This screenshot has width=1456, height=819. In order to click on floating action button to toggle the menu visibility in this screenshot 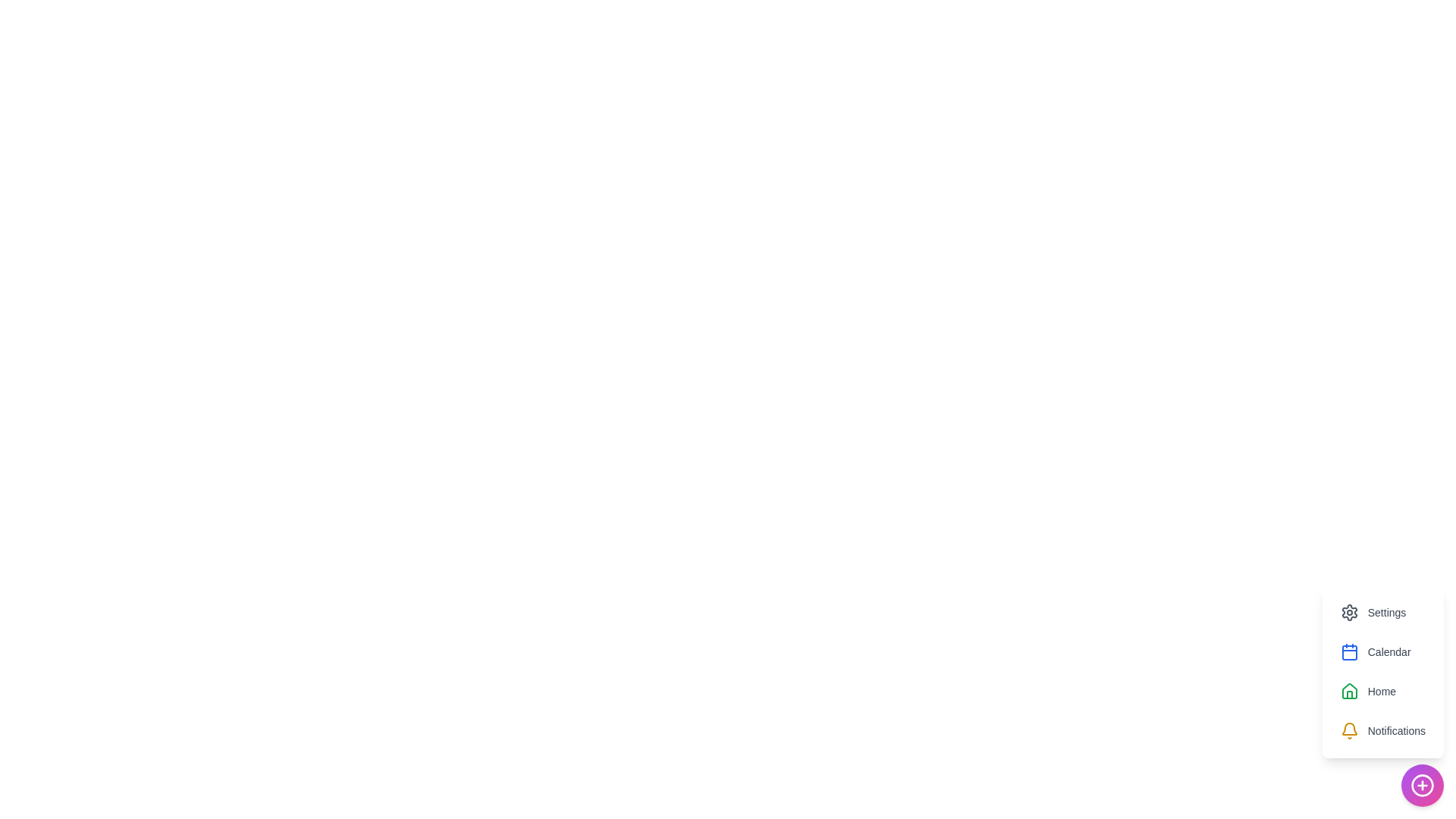, I will do `click(1422, 785)`.